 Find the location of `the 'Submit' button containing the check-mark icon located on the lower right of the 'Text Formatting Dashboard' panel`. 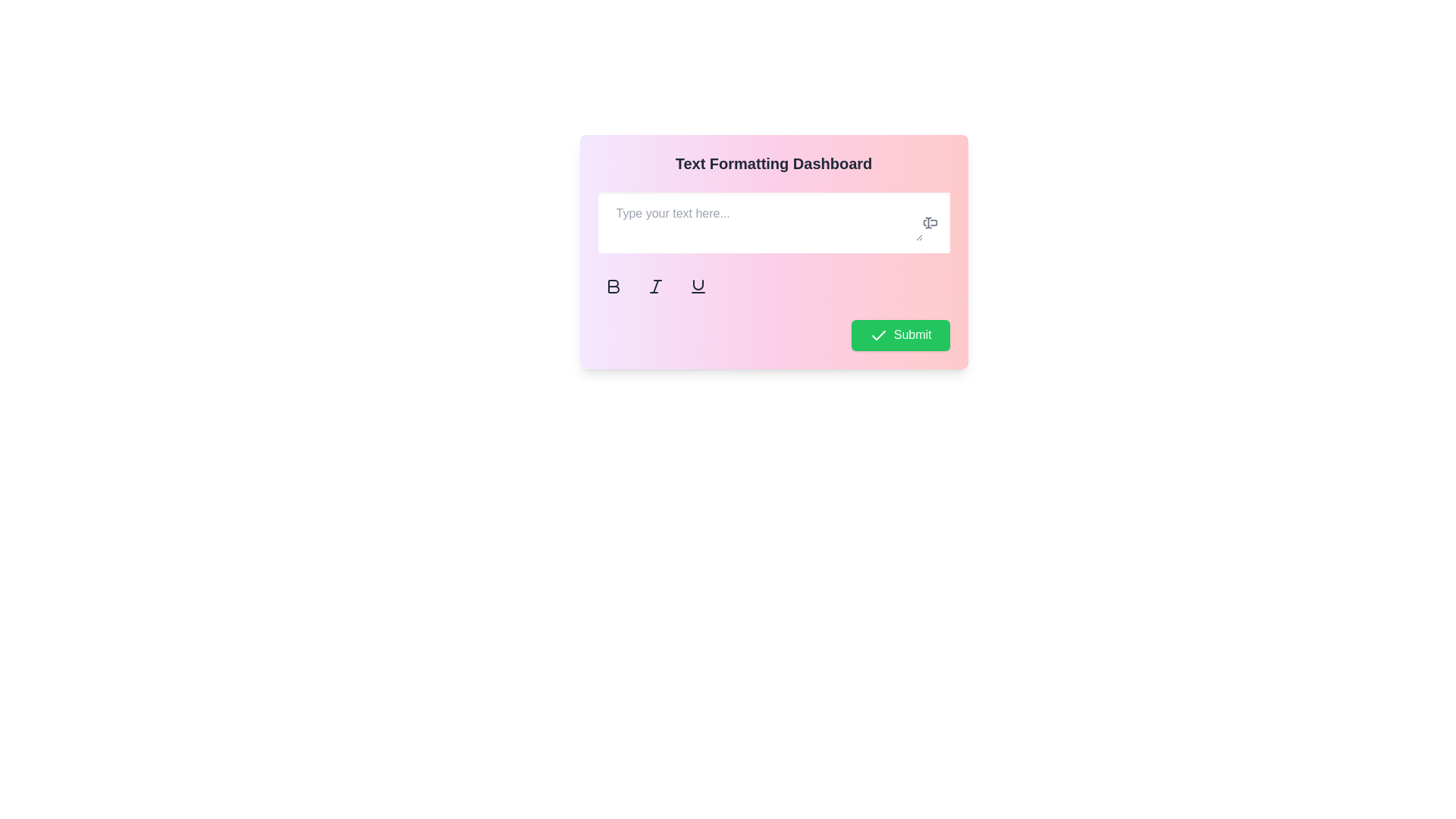

the 'Submit' button containing the check-mark icon located on the lower right of the 'Text Formatting Dashboard' panel is located at coordinates (878, 334).